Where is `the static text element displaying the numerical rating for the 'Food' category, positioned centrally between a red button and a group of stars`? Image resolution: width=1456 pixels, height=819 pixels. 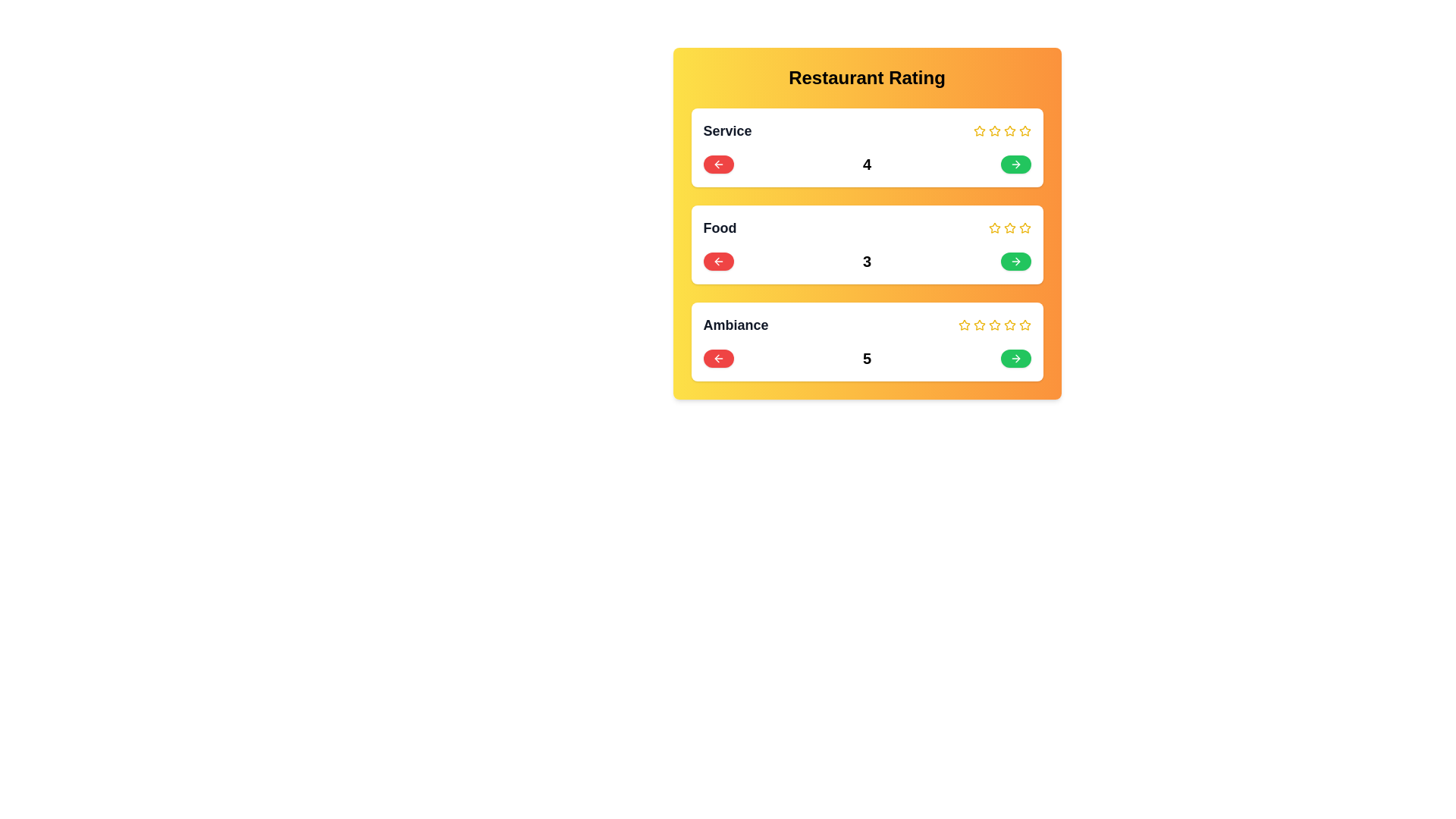
the static text element displaying the numerical rating for the 'Food' category, positioned centrally between a red button and a group of stars is located at coordinates (867, 260).